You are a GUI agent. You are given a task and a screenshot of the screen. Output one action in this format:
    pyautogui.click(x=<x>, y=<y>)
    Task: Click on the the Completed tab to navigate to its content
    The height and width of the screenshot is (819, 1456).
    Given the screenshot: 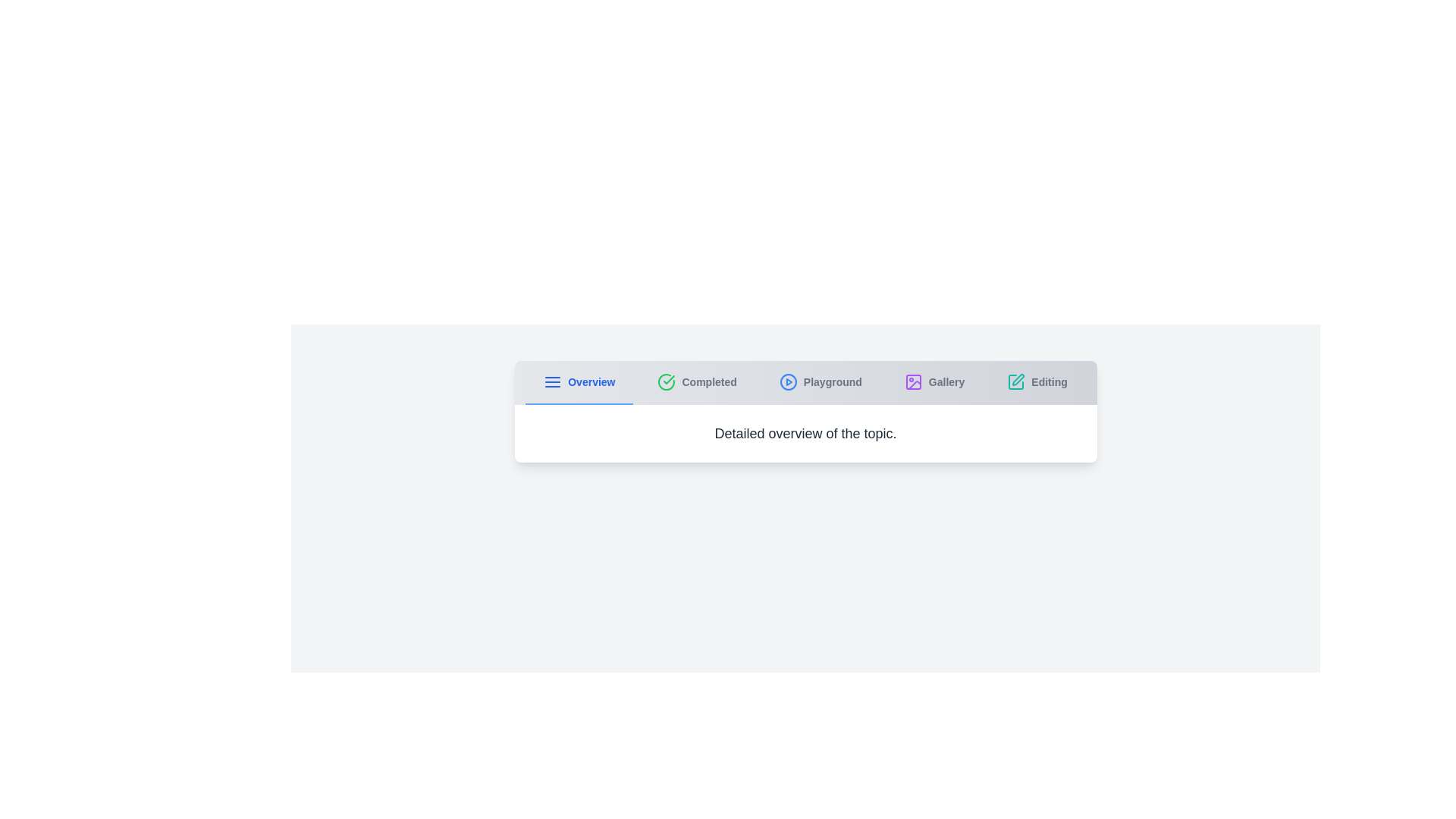 What is the action you would take?
    pyautogui.click(x=695, y=382)
    